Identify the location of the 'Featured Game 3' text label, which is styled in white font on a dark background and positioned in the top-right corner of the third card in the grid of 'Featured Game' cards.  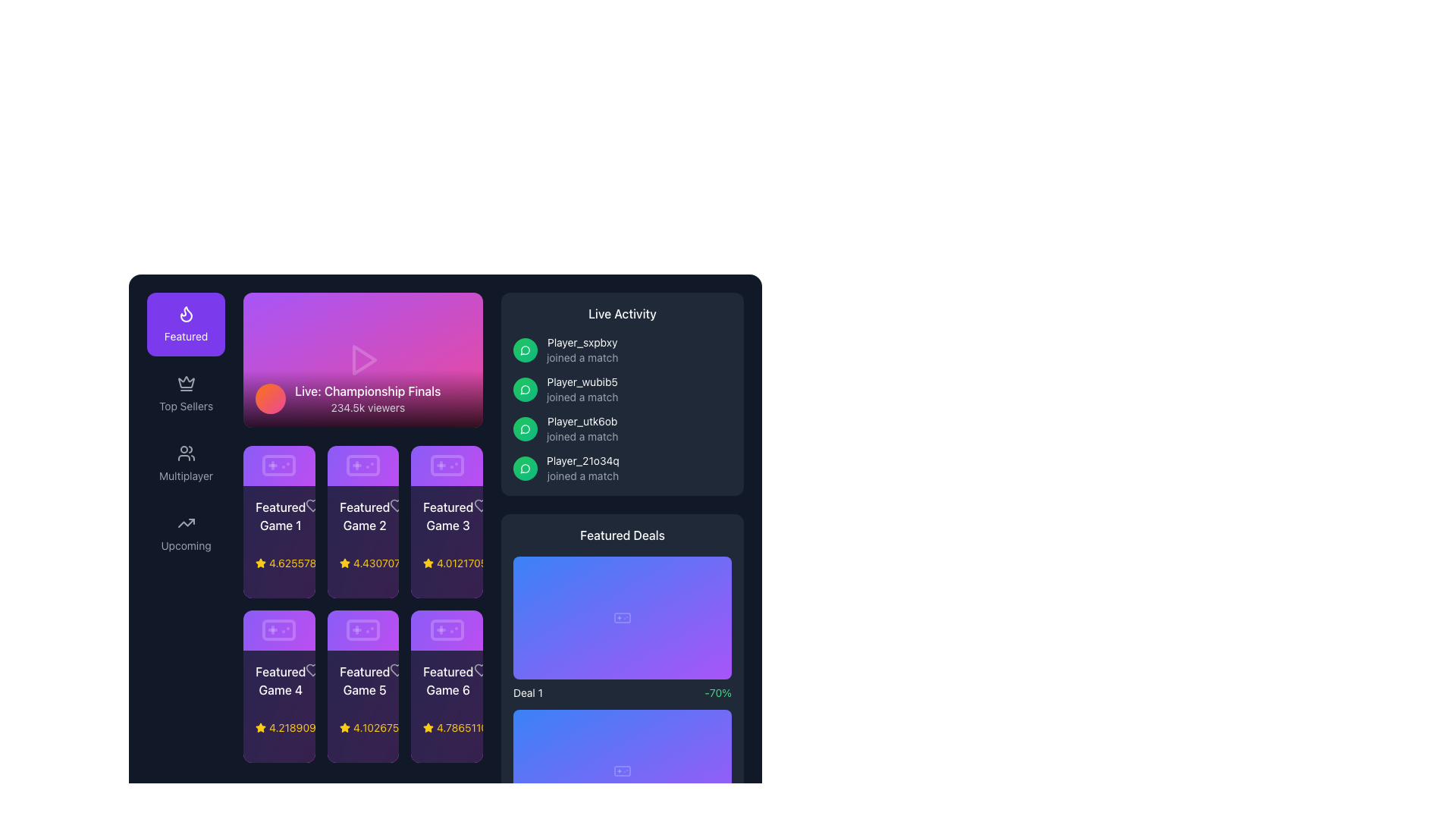
(446, 515).